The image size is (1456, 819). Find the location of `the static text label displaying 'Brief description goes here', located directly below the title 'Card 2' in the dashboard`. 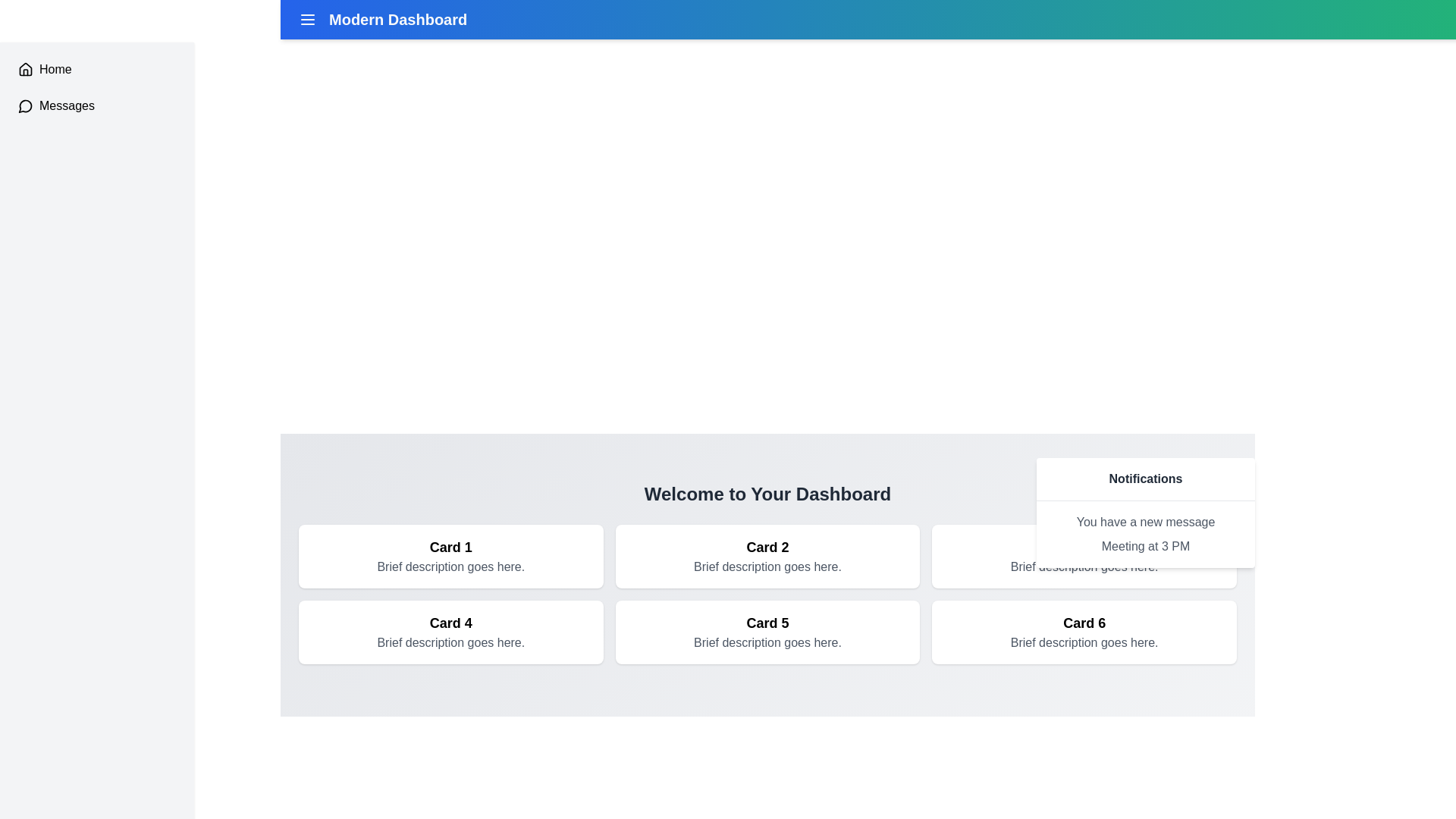

the static text label displaying 'Brief description goes here', located directly below the title 'Card 2' in the dashboard is located at coordinates (767, 567).